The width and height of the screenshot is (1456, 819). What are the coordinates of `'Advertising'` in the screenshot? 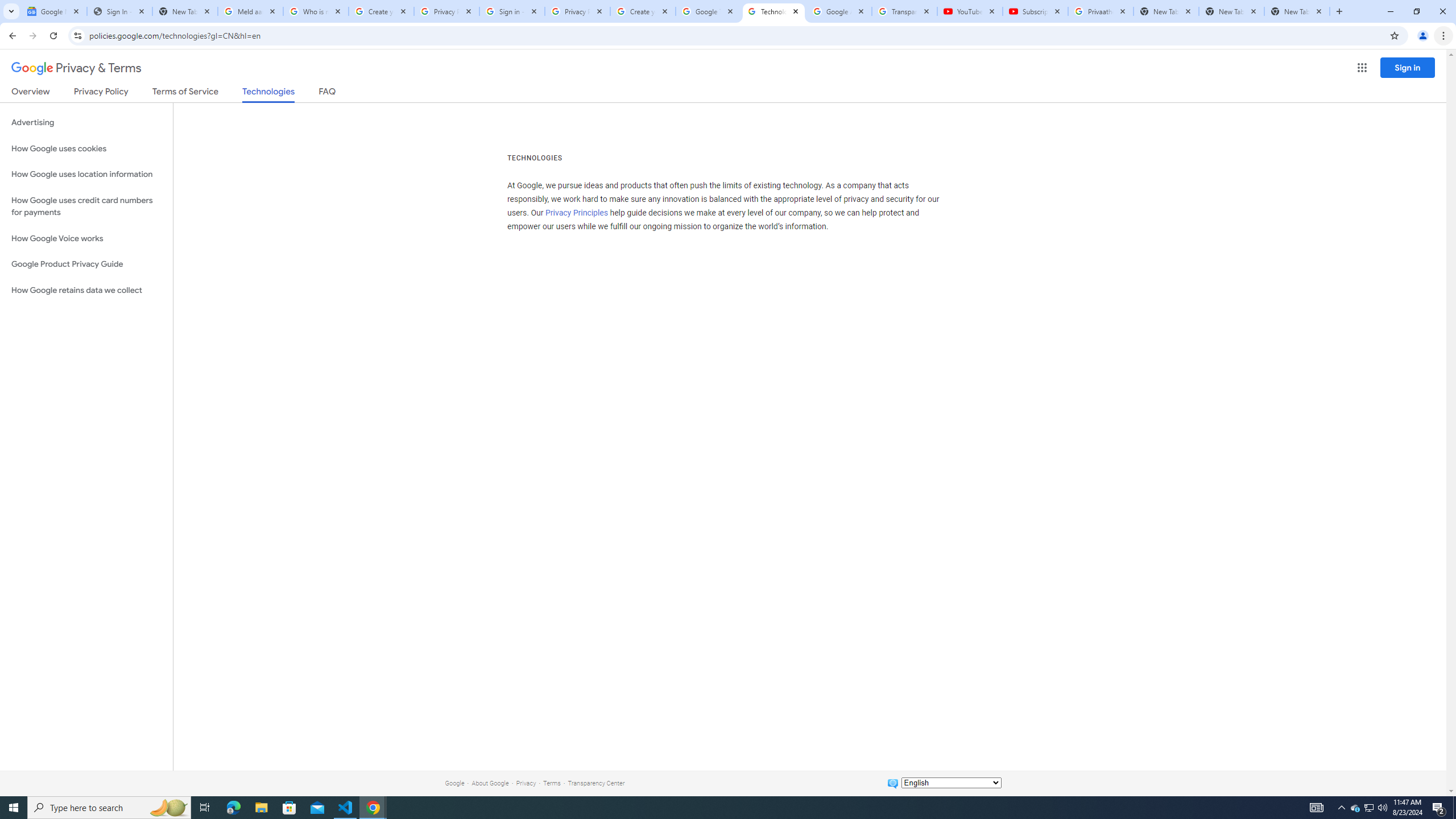 It's located at (86, 122).